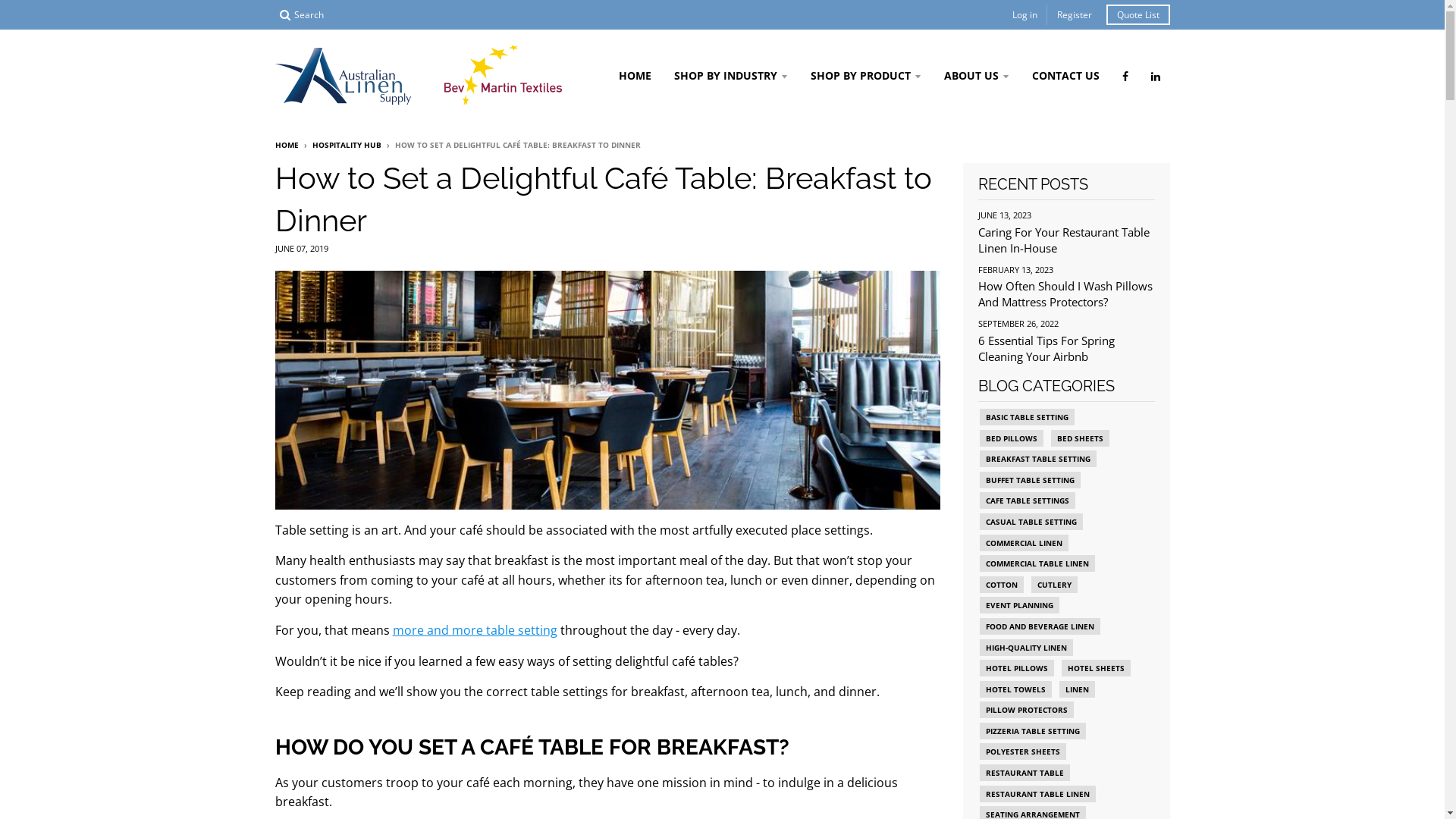 The height and width of the screenshot is (819, 1456). I want to click on 'SHOP BY PRODUCT', so click(866, 76).